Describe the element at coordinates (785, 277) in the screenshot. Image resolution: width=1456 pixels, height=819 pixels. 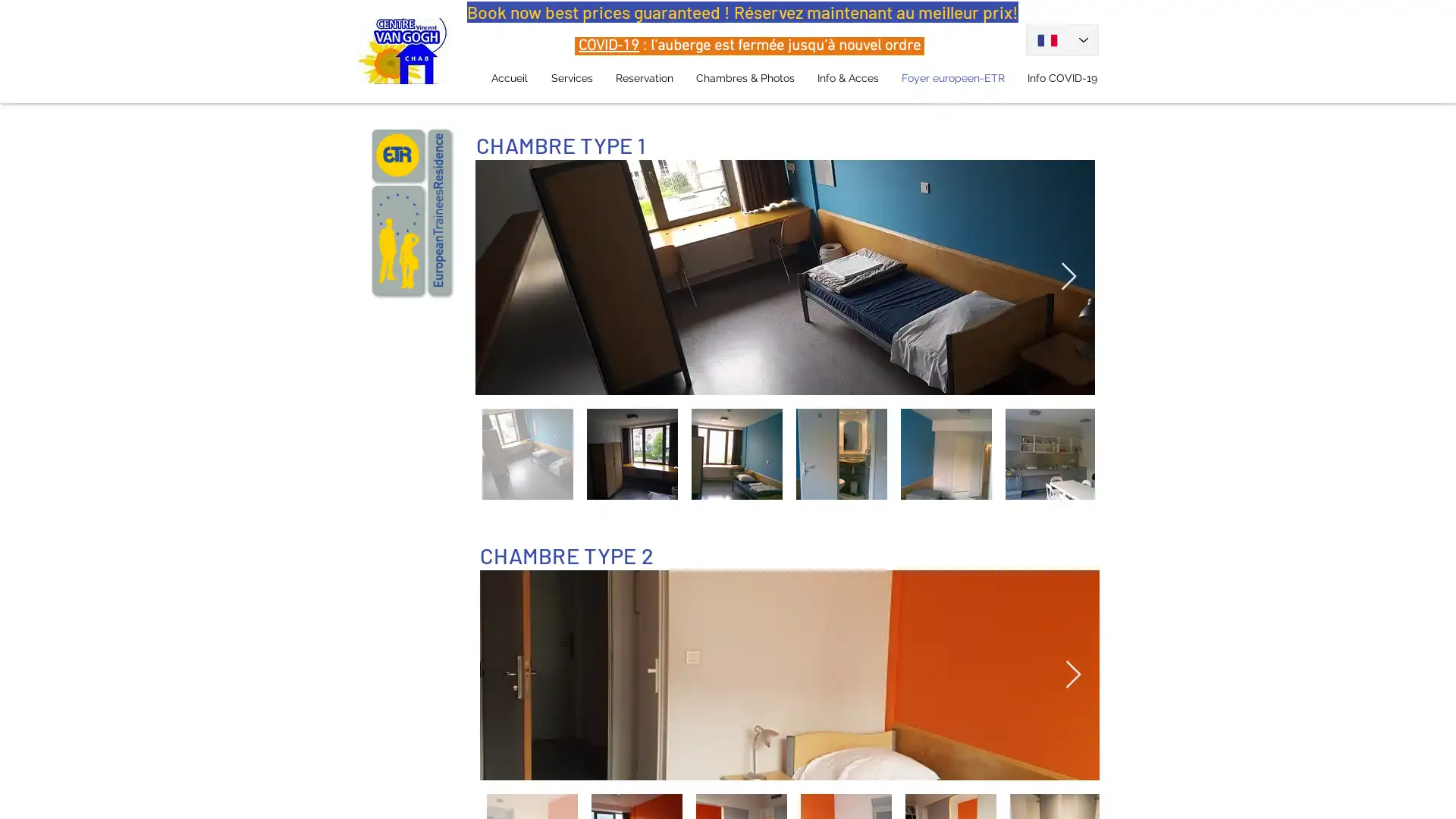
I see `singletype1.jpg` at that location.